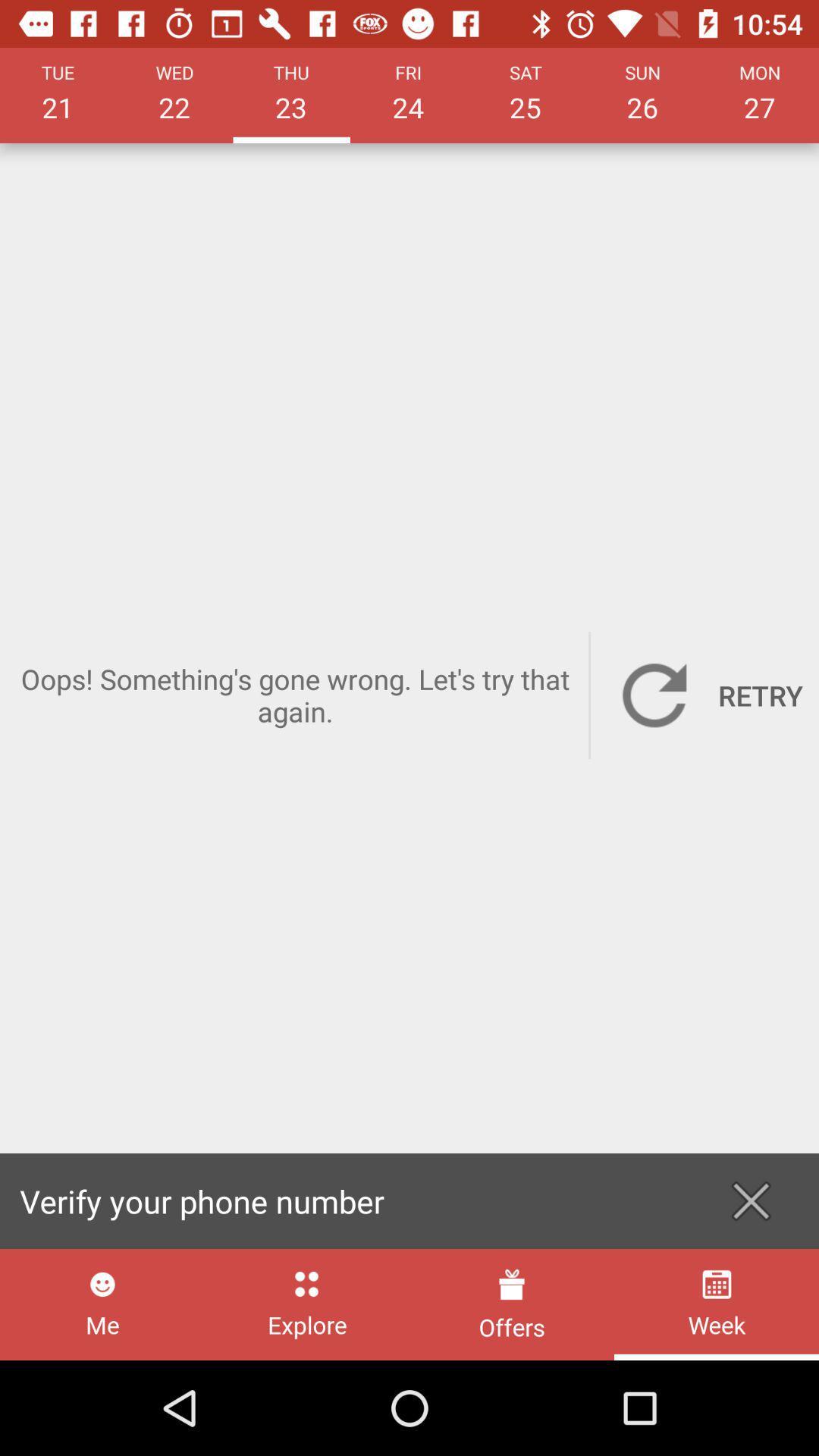 Image resolution: width=819 pixels, height=1456 pixels. I want to click on the item to the right of me icon, so click(307, 1304).